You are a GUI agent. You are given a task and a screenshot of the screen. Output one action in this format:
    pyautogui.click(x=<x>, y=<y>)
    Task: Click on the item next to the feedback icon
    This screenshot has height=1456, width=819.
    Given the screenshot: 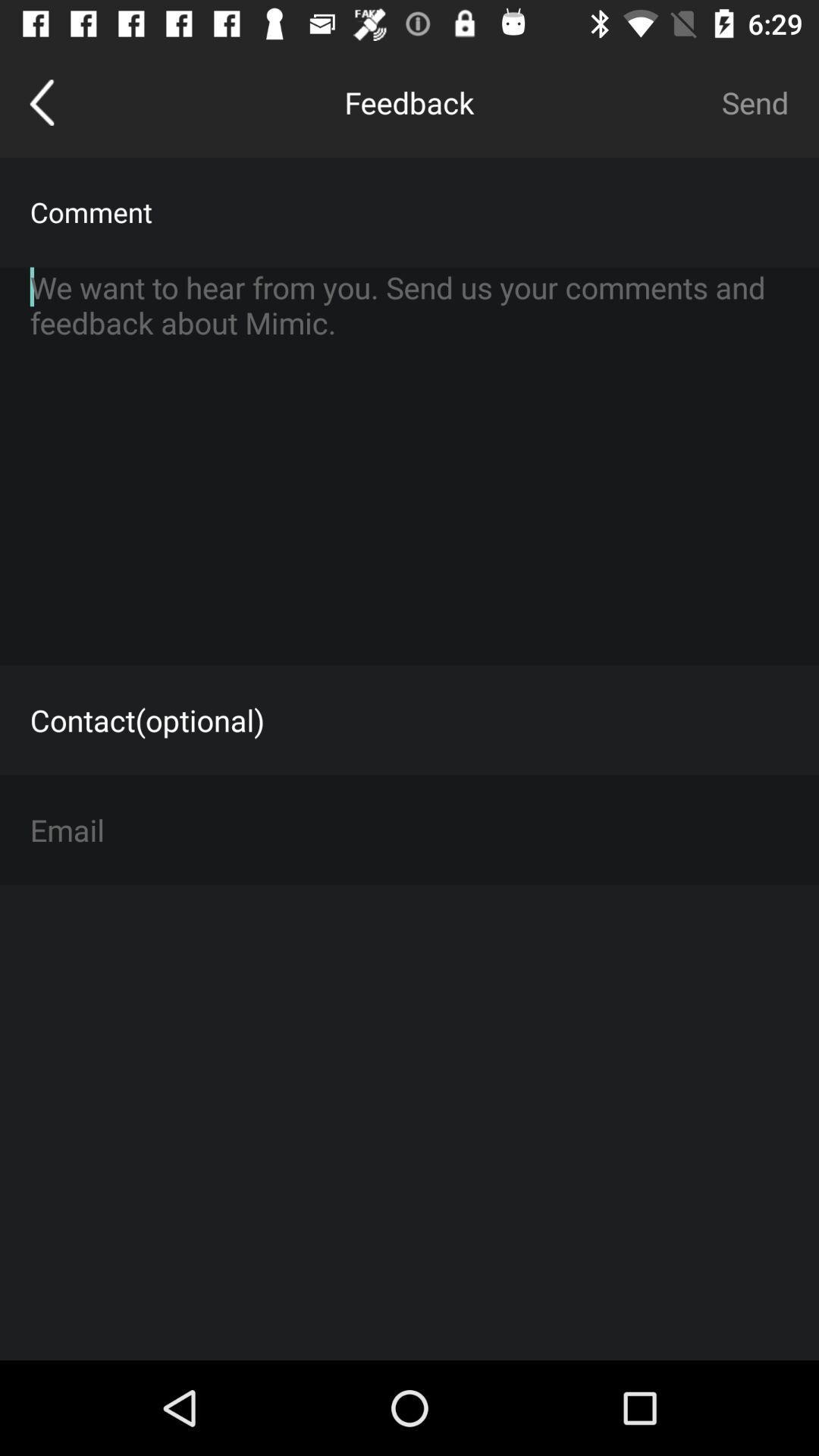 What is the action you would take?
    pyautogui.click(x=755, y=102)
    